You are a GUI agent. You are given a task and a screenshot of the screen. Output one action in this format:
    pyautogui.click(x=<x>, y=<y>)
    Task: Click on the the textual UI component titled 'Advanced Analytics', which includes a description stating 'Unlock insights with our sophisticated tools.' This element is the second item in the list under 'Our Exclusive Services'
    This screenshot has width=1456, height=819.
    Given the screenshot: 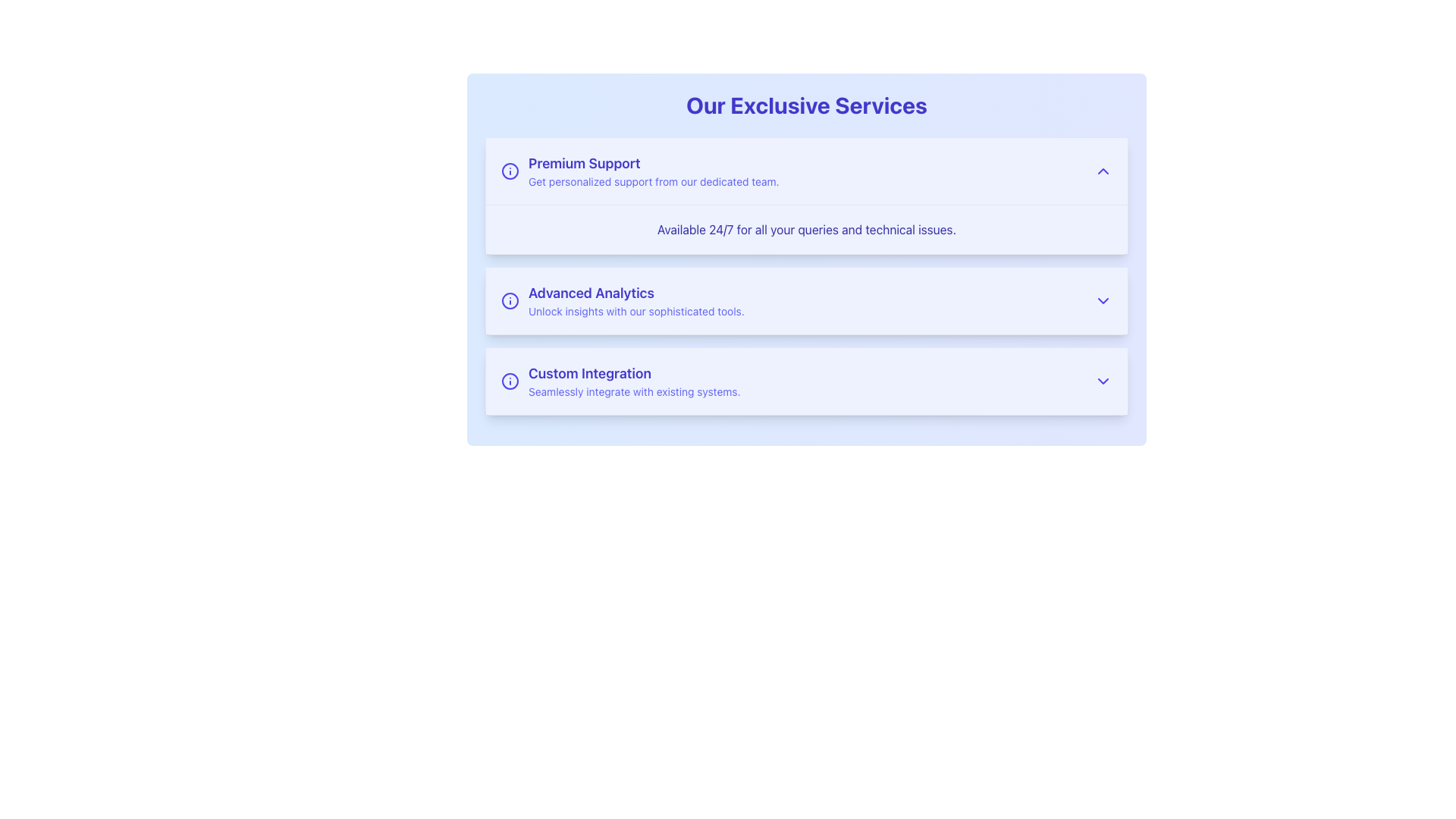 What is the action you would take?
    pyautogui.click(x=636, y=301)
    